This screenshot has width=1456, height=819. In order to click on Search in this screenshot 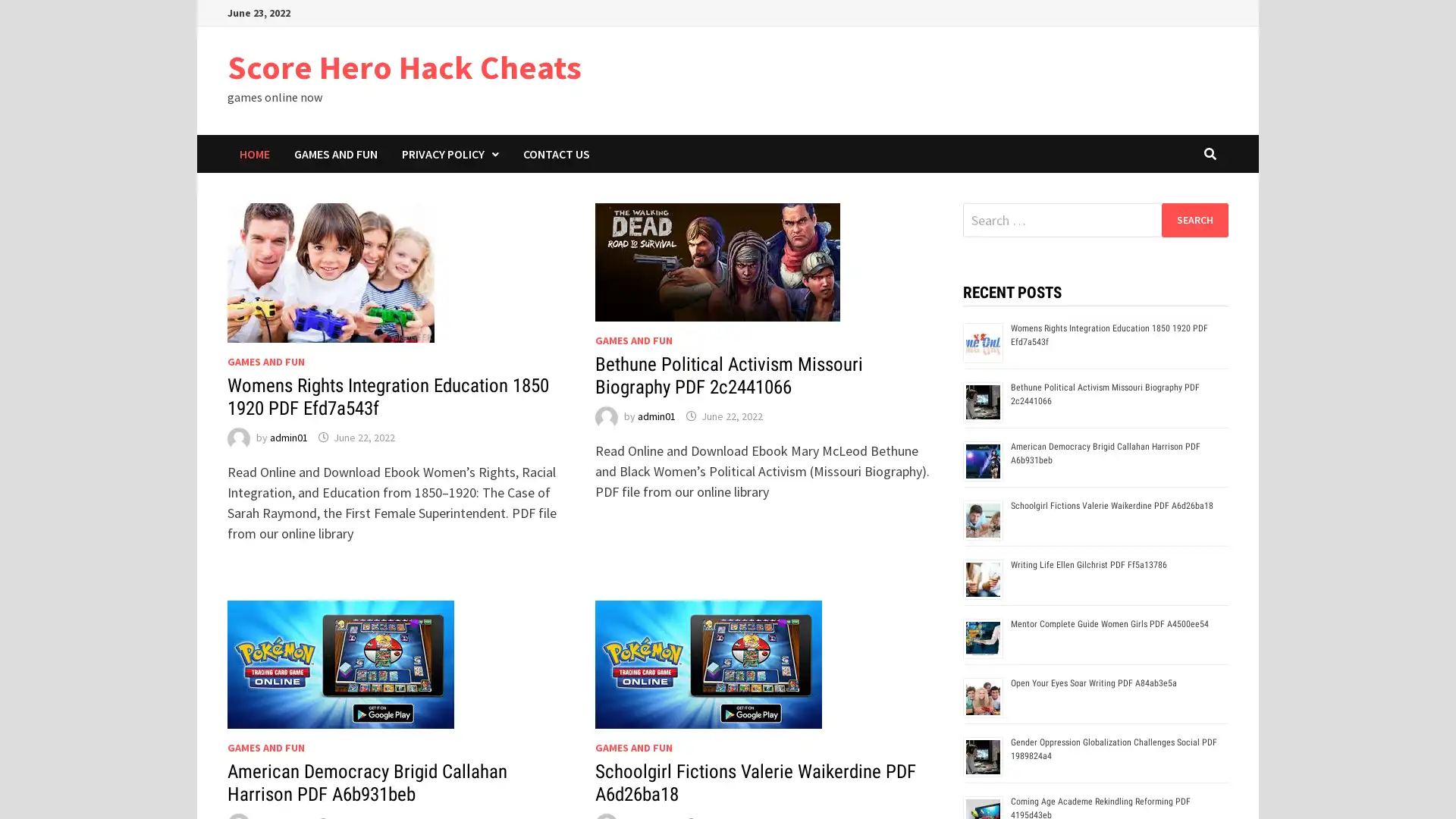, I will do `click(1194, 219)`.